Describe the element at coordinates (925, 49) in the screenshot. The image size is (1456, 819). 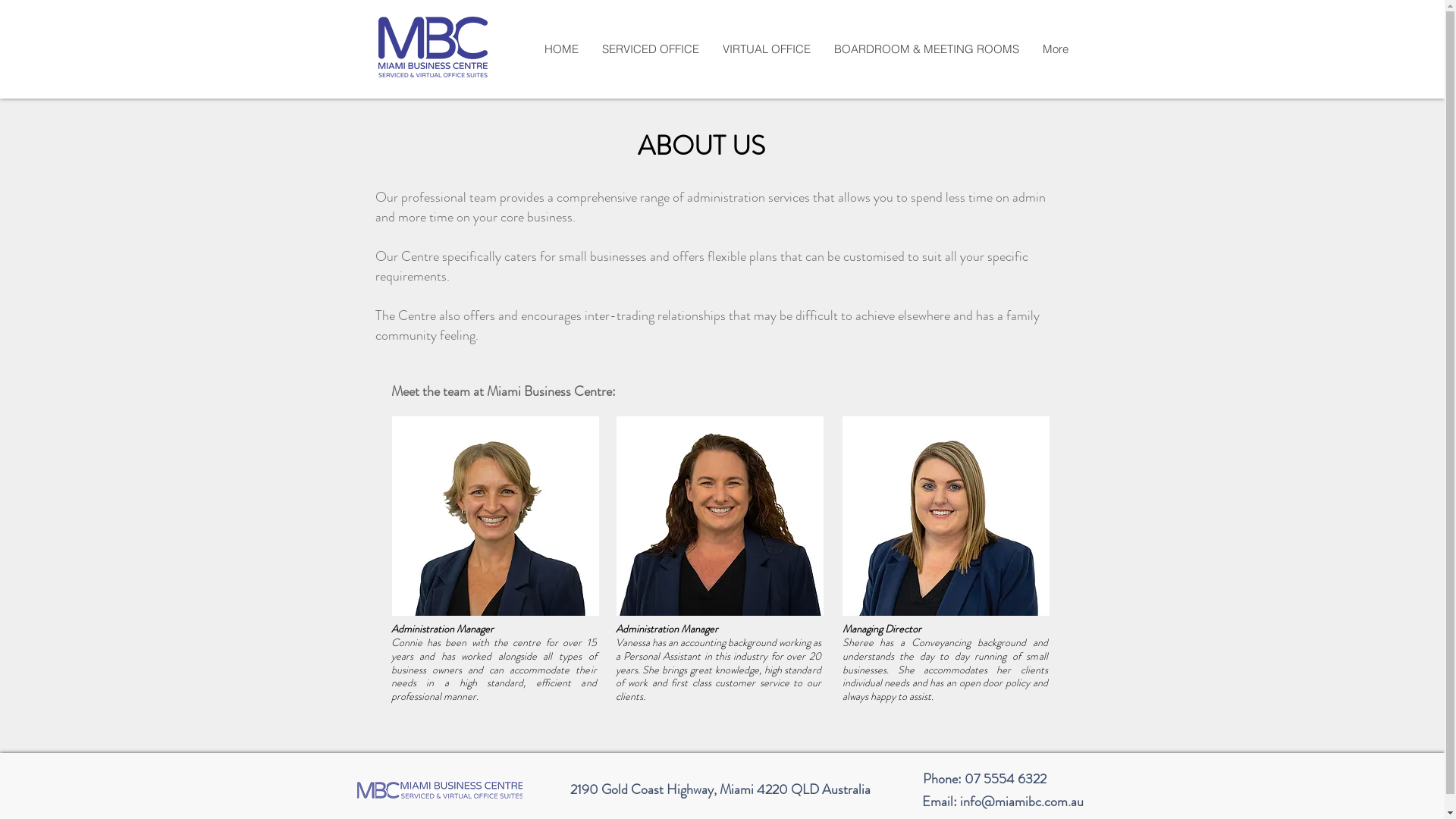
I see `'BOARDROOM & MEETING ROOMS'` at that location.